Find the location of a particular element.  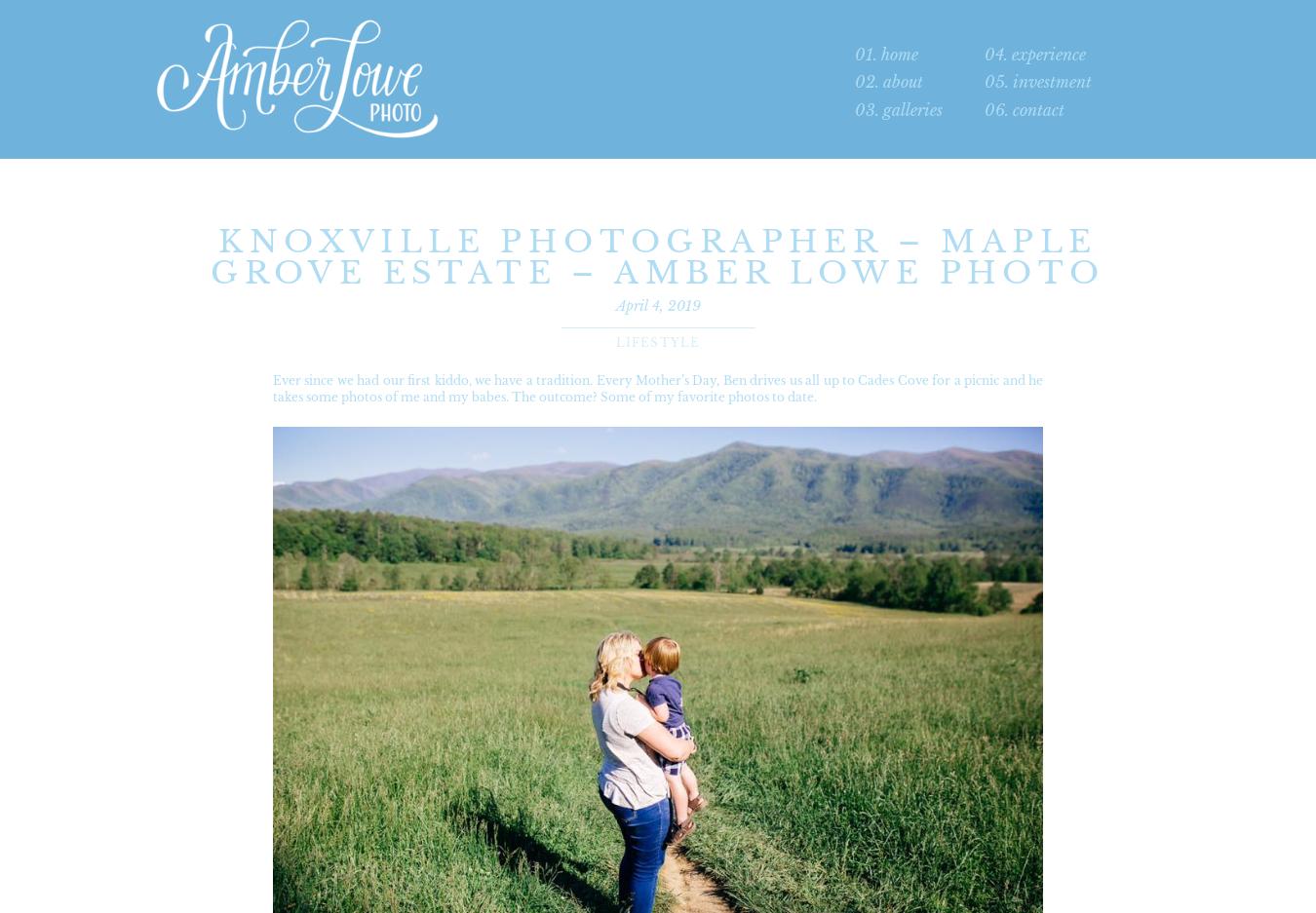

'02. about' is located at coordinates (888, 80).